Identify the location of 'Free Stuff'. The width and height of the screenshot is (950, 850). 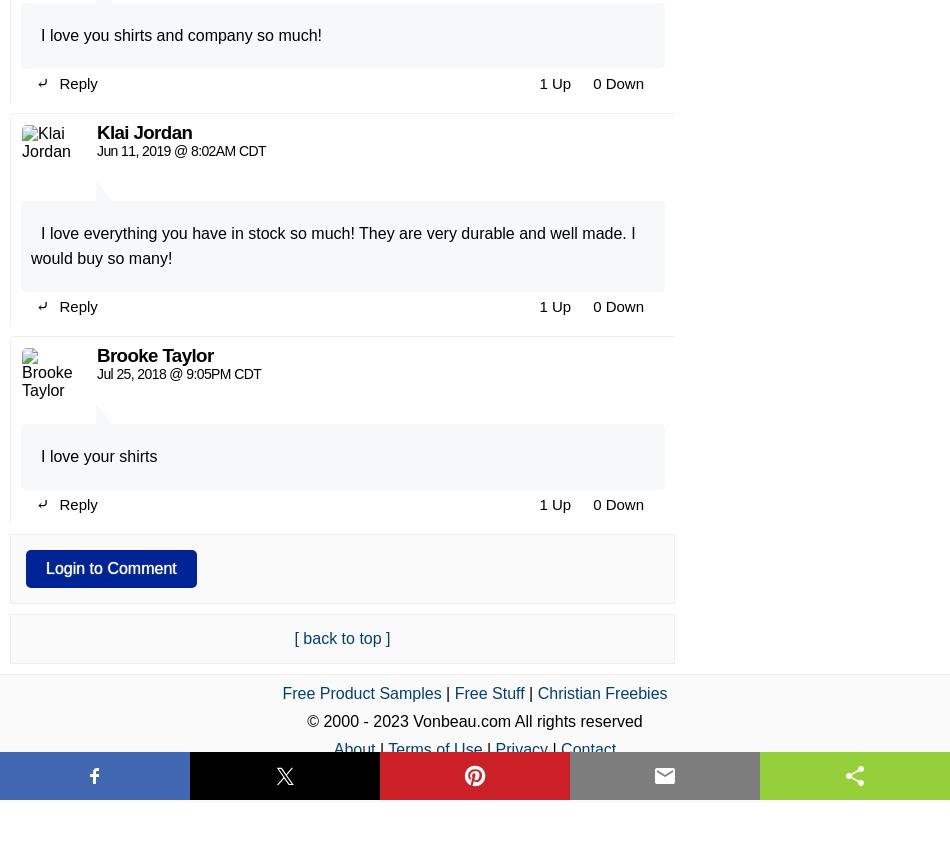
(488, 191).